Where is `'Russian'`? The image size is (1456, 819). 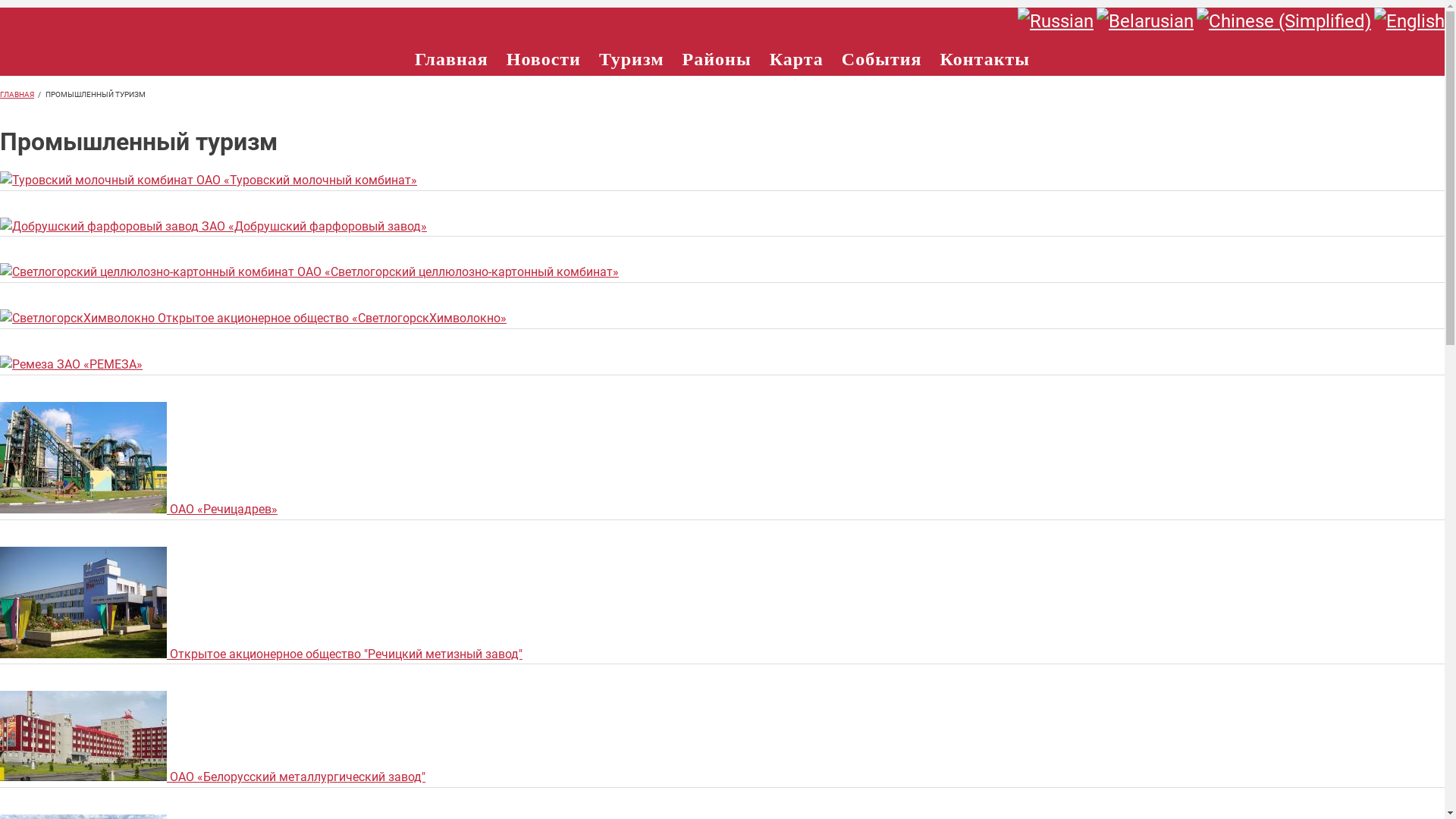 'Russian' is located at coordinates (1055, 20).